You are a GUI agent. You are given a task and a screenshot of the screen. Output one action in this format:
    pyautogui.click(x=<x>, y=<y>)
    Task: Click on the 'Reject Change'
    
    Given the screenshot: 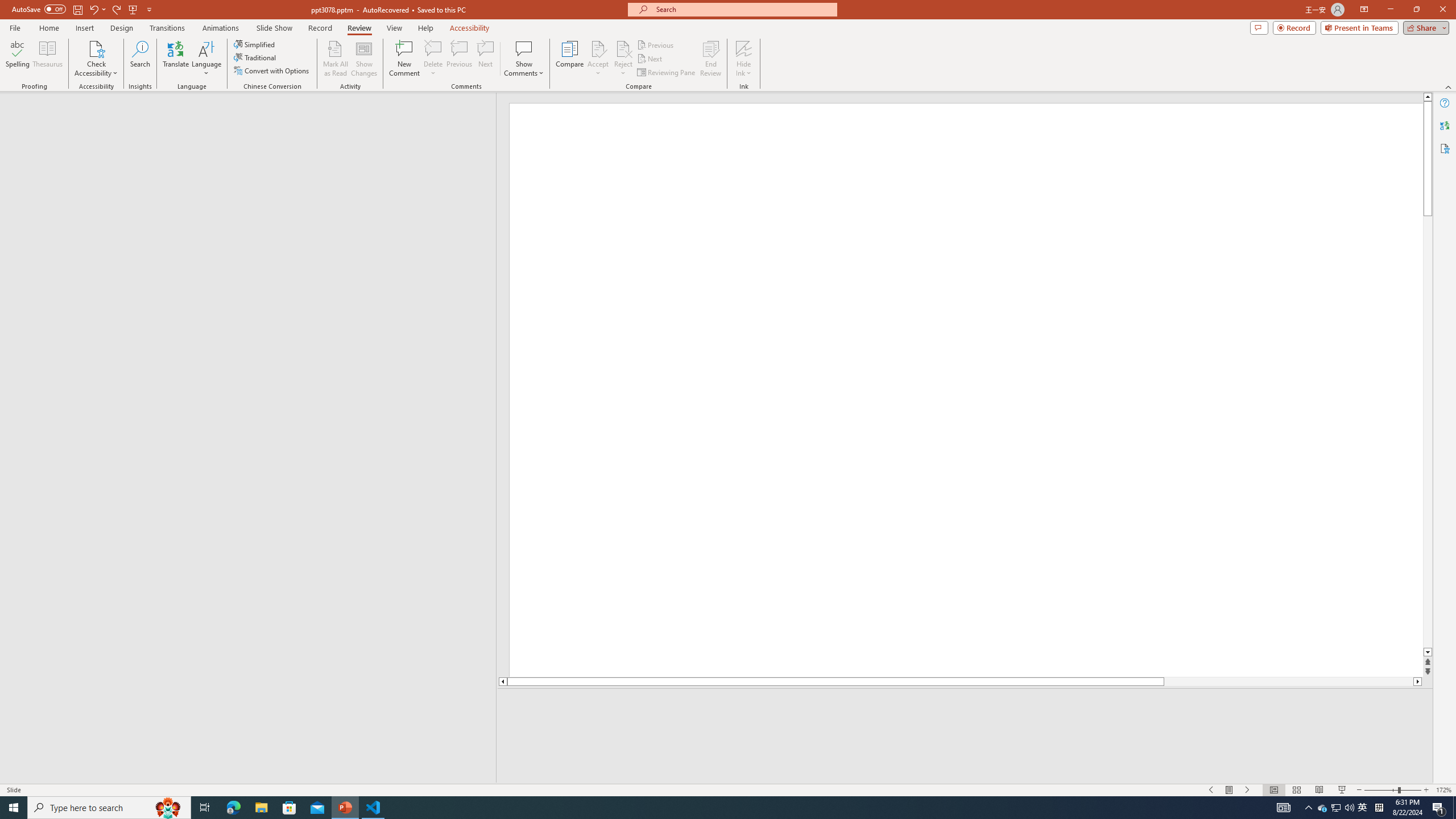 What is the action you would take?
    pyautogui.click(x=622, y=48)
    